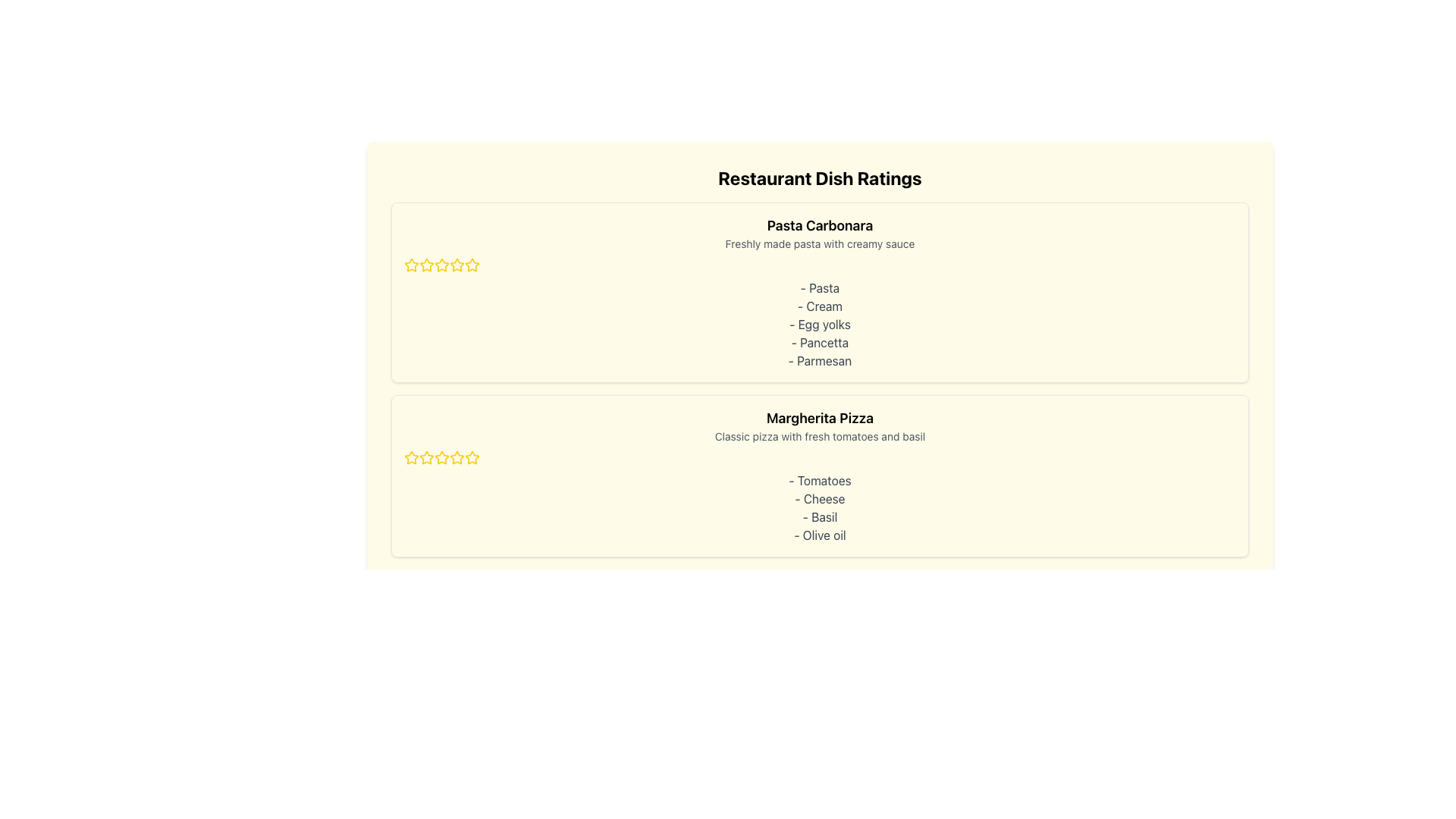 The width and height of the screenshot is (1456, 819). Describe the element at coordinates (819, 480) in the screenshot. I see `text label representing the first ingredient of the 'Margherita Pizza', which is visually located under the title 'Margherita Pizza'` at that location.